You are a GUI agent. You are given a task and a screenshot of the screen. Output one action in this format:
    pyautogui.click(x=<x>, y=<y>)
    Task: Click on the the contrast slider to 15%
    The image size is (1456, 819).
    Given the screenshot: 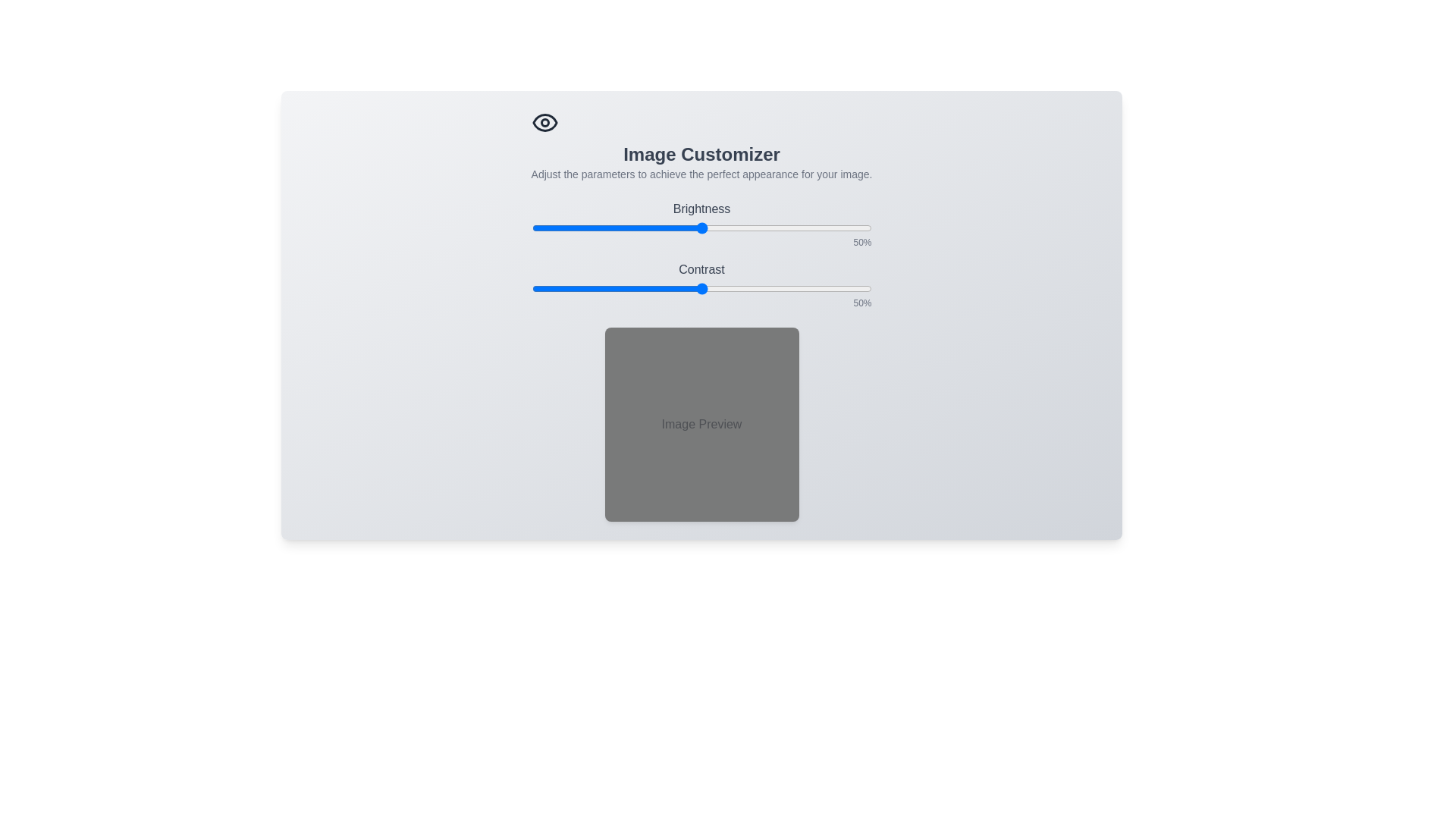 What is the action you would take?
    pyautogui.click(x=582, y=289)
    